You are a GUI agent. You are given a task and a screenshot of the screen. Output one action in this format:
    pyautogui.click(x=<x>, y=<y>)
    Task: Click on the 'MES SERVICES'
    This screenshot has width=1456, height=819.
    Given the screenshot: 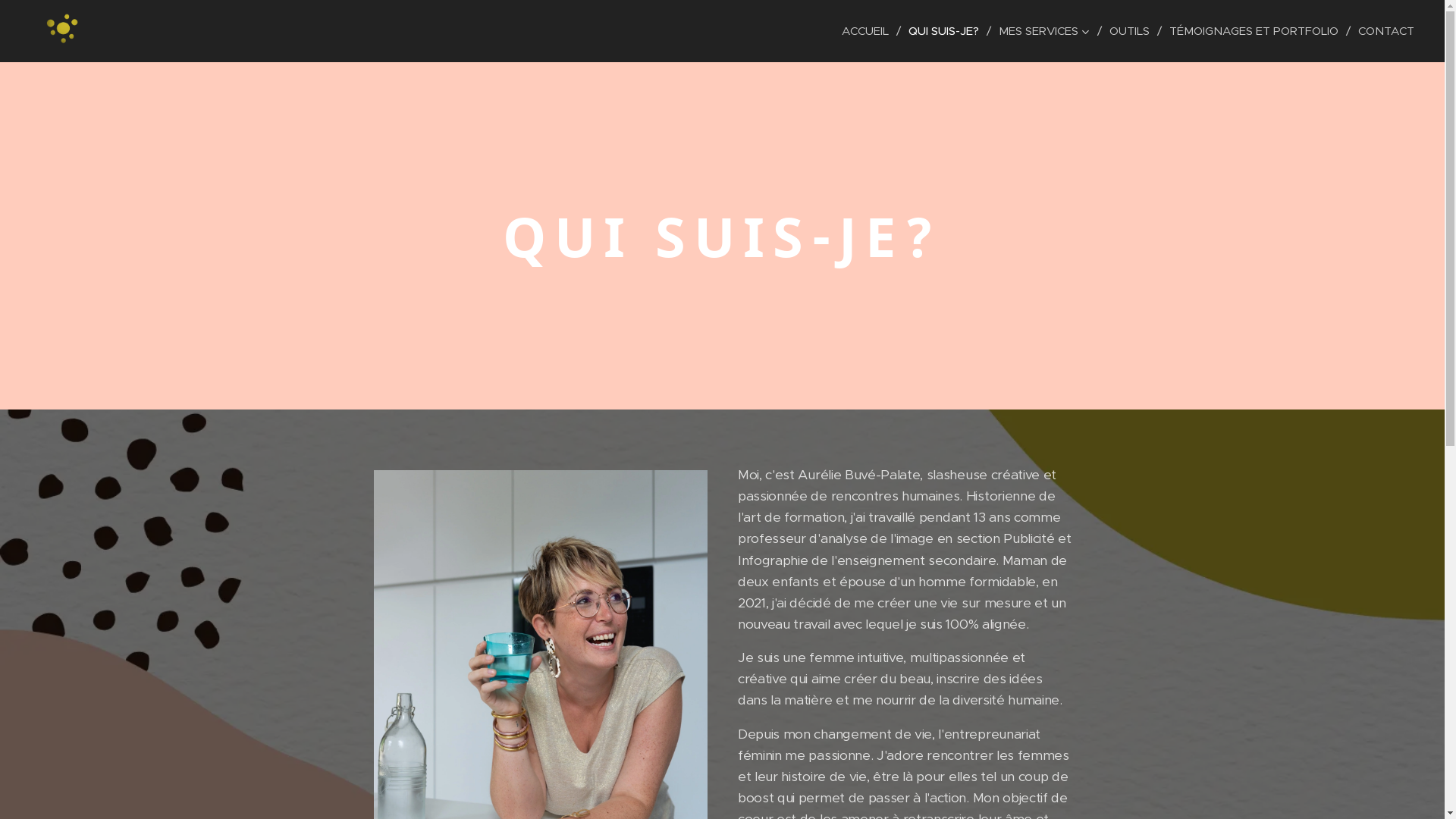 What is the action you would take?
    pyautogui.click(x=1046, y=31)
    